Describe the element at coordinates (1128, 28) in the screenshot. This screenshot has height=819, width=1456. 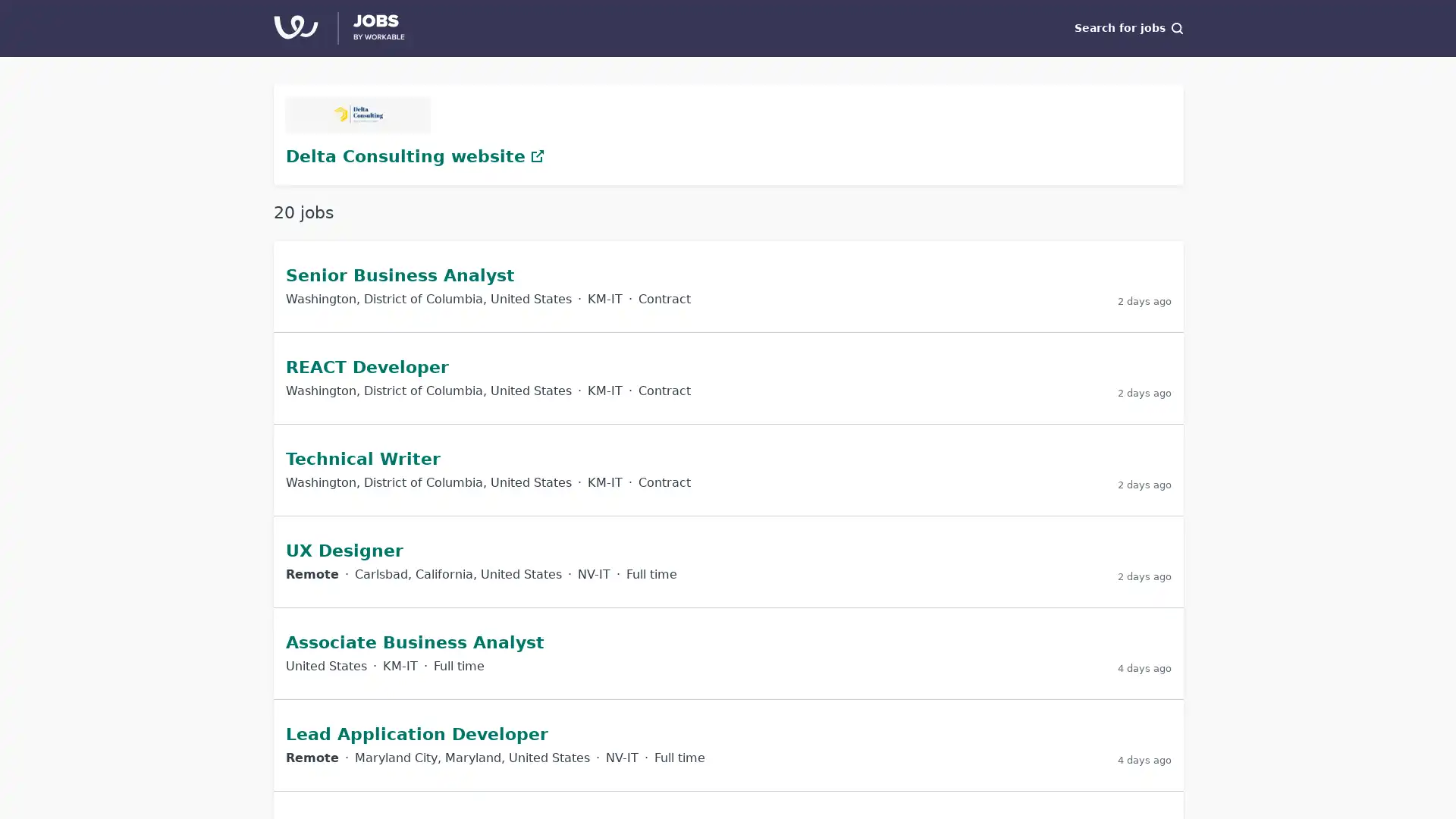
I see `Search for jobs` at that location.